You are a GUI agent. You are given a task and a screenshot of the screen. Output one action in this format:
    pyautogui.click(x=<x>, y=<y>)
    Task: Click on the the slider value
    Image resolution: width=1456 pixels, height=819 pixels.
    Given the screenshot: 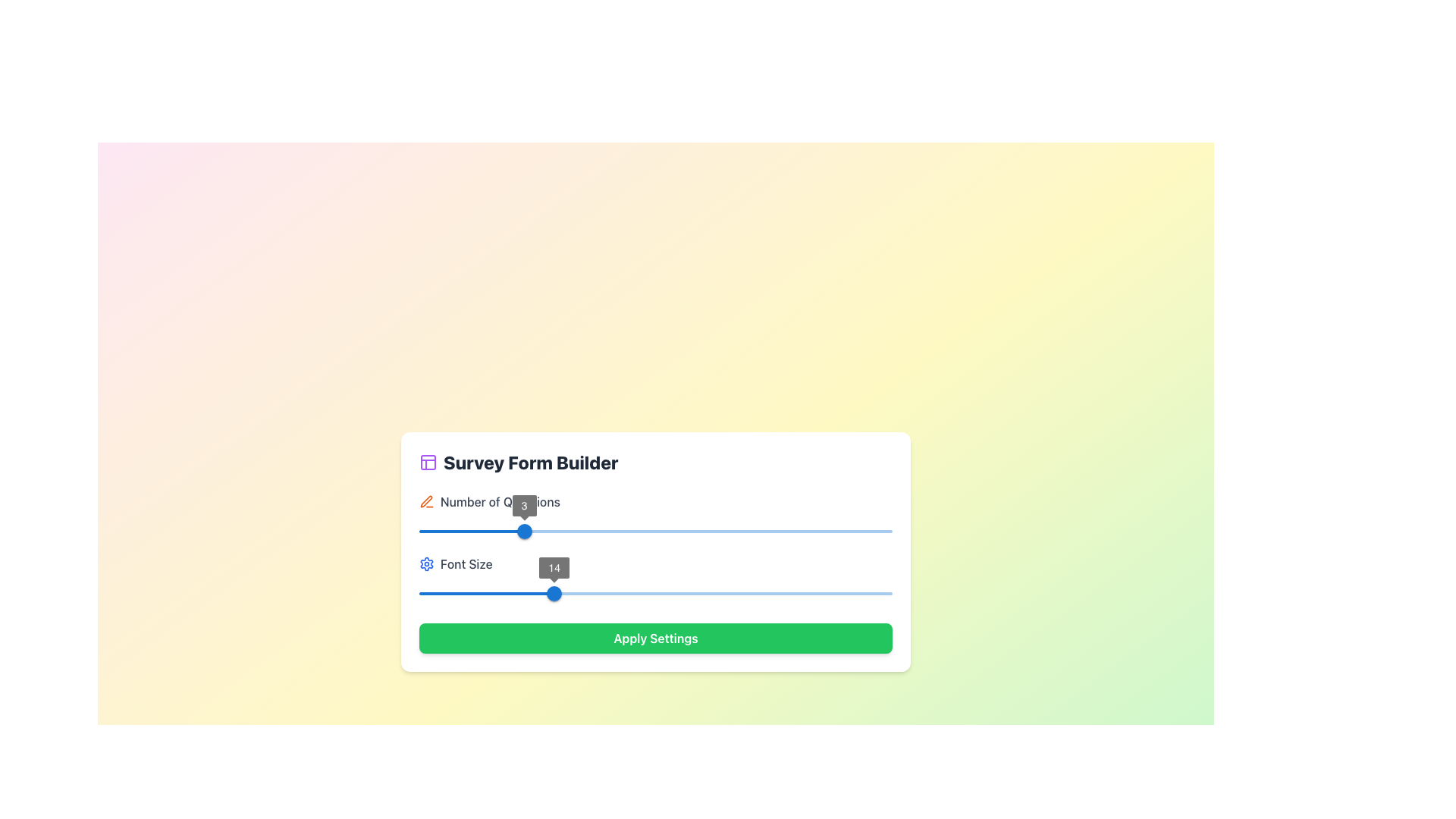 What is the action you would take?
    pyautogui.click(x=673, y=593)
    